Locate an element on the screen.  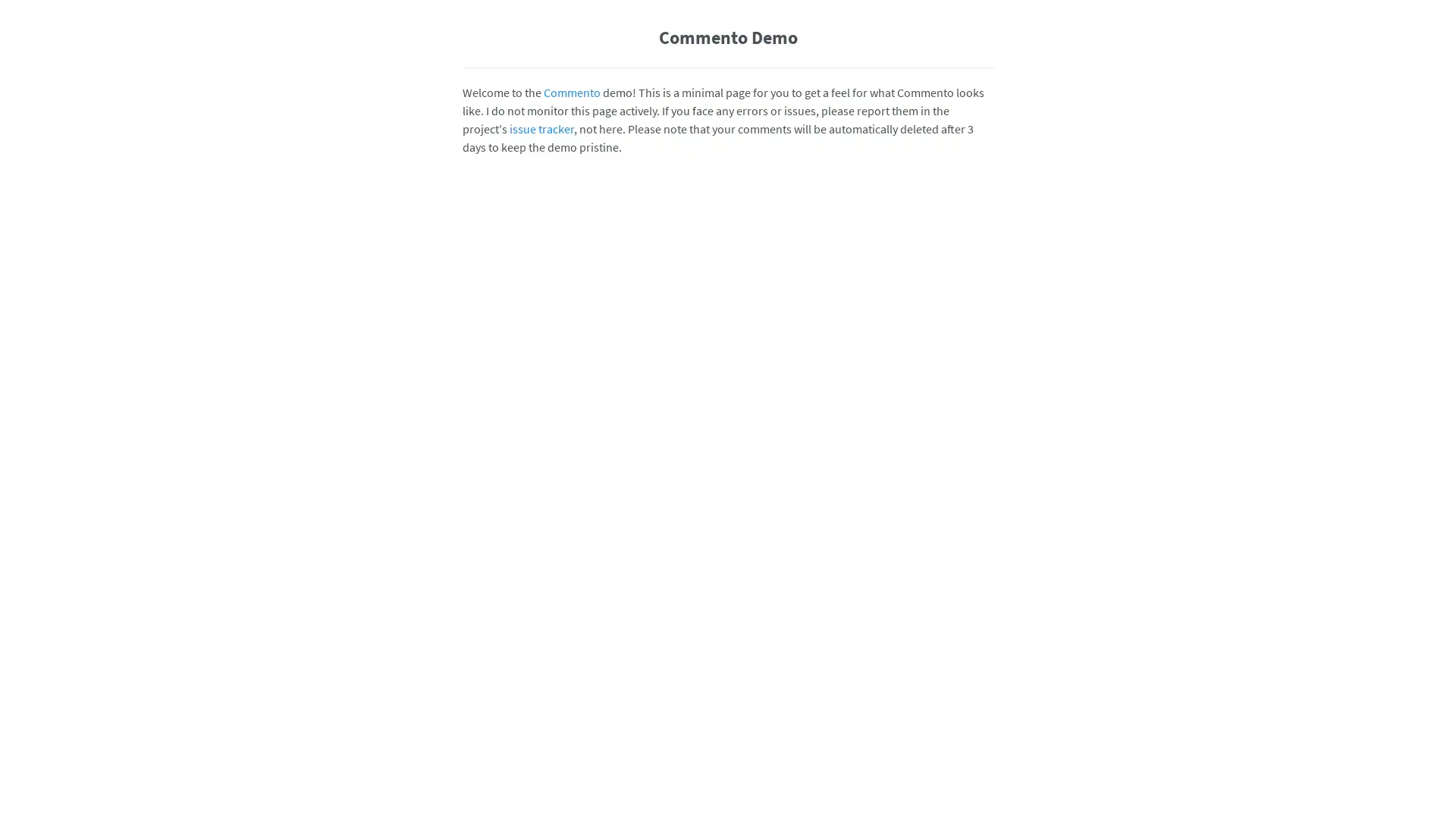
Reply is located at coordinates (910, 417).